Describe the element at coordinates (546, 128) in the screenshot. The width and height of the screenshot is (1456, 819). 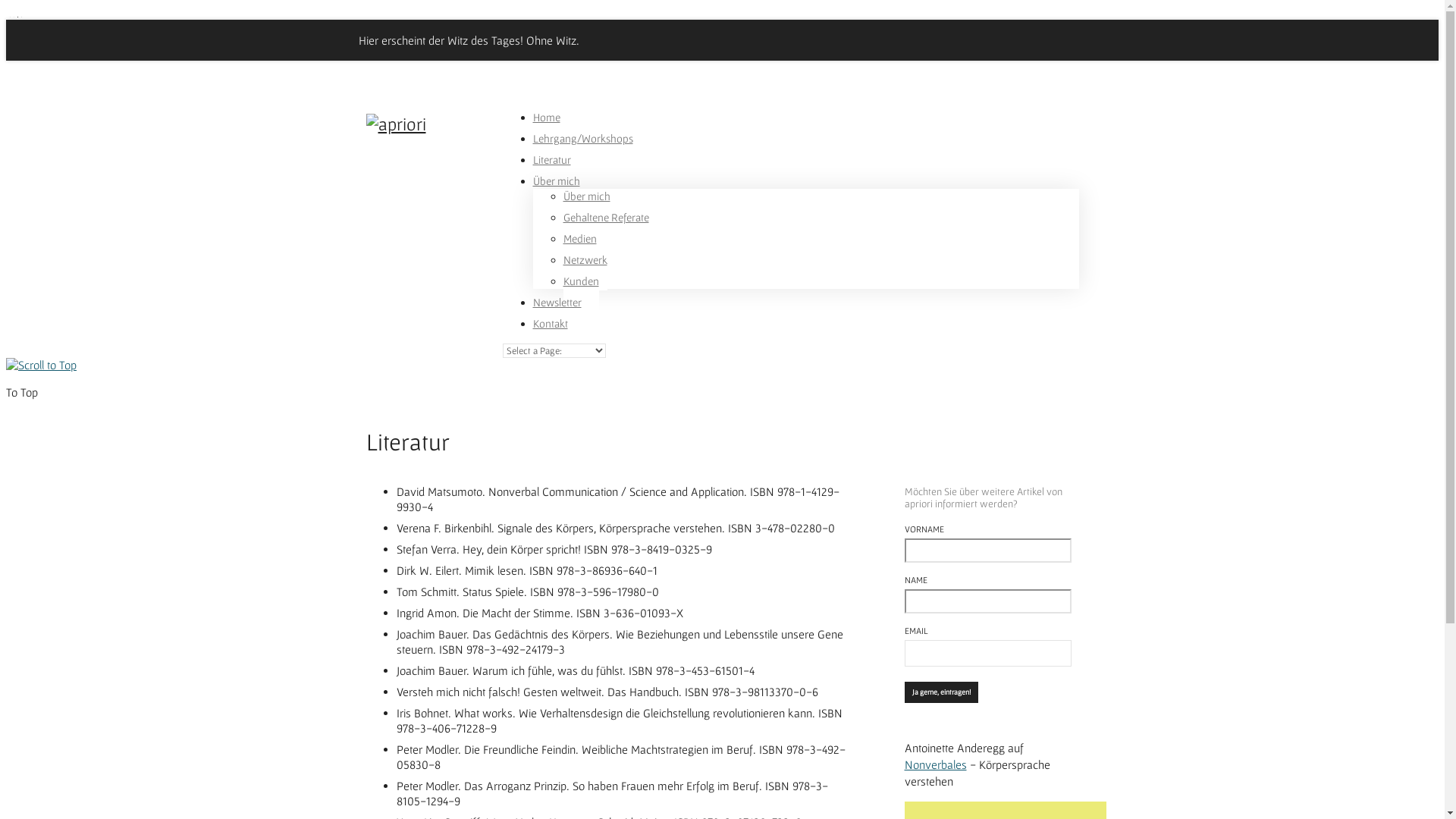
I see `'Home'` at that location.